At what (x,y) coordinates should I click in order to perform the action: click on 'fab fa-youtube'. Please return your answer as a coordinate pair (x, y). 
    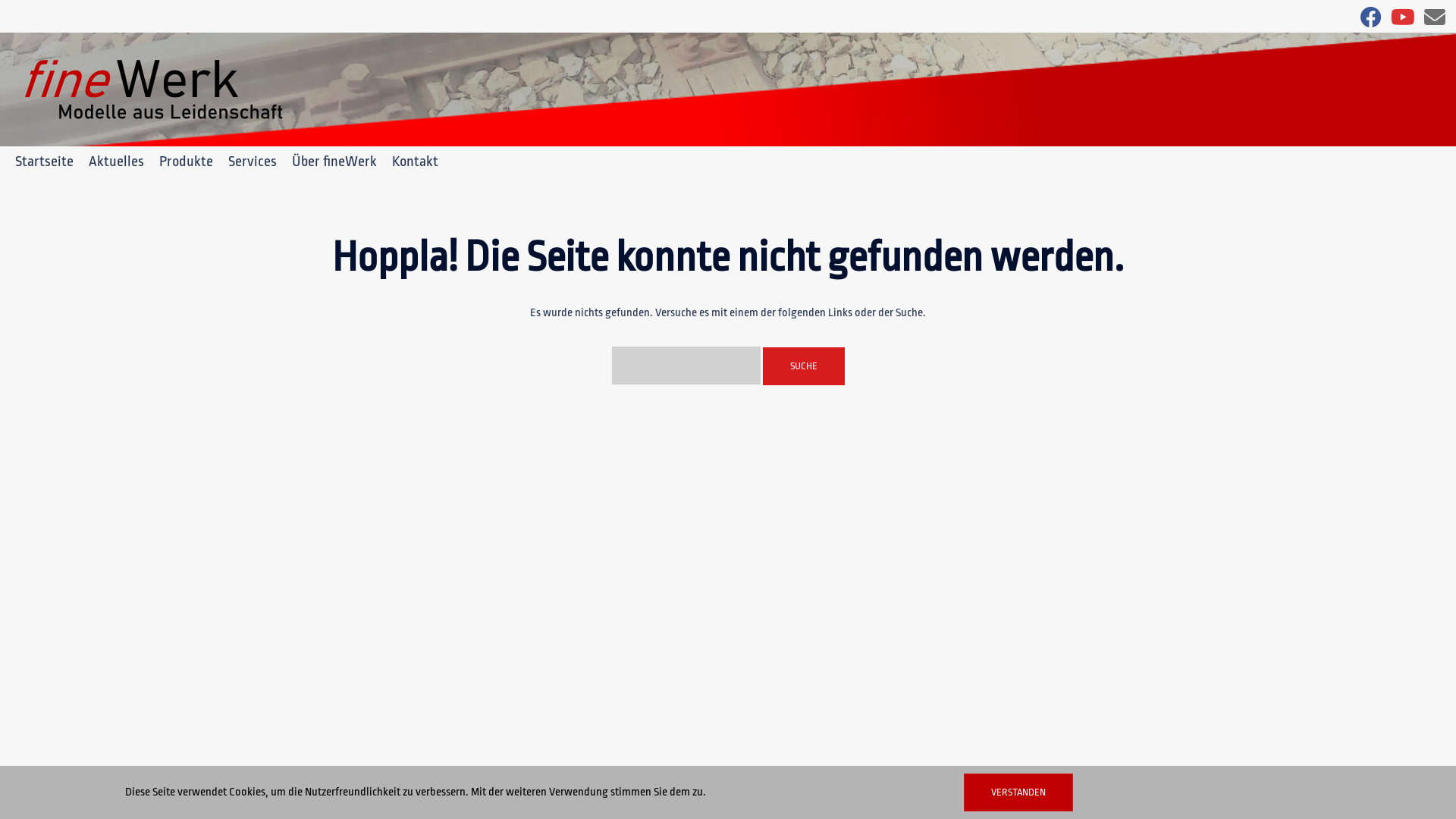
    Looking at the image, I should click on (1401, 21).